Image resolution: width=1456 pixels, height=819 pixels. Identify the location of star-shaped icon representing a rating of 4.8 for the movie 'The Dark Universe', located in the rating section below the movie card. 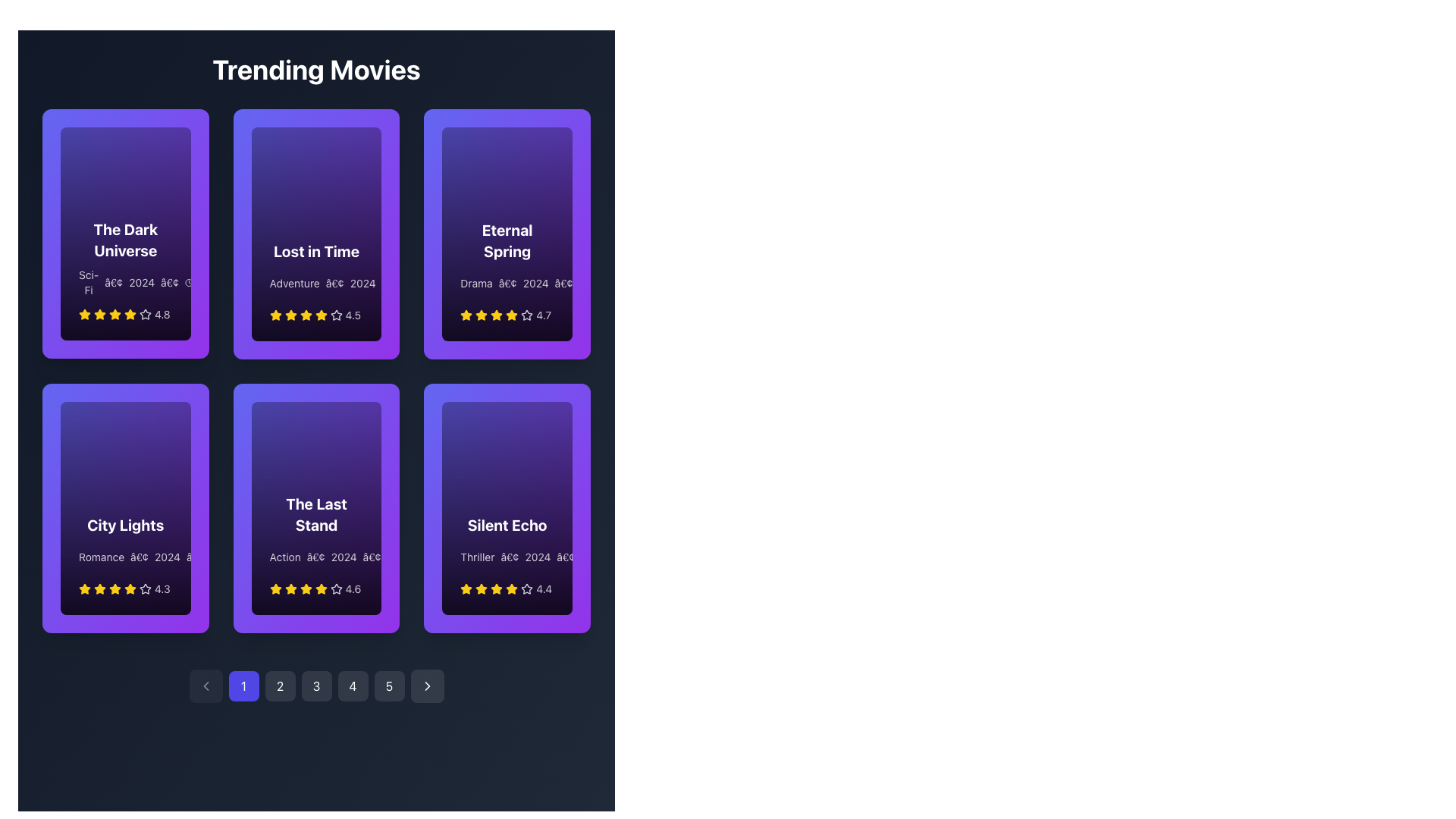
(146, 314).